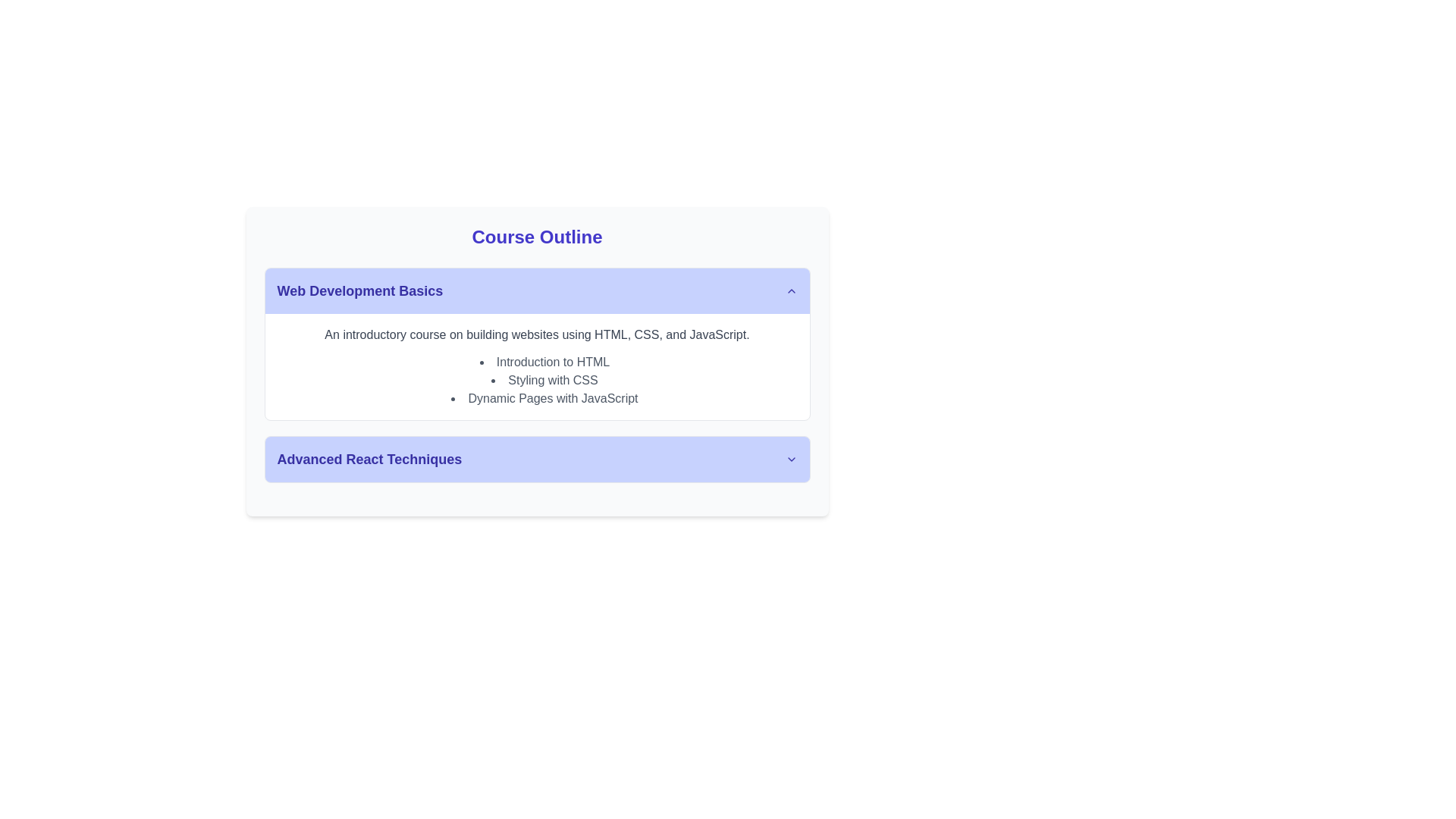 The width and height of the screenshot is (1456, 819). Describe the element at coordinates (369, 458) in the screenshot. I see `prominently displayed text 'Advanced React Techniques' which is in bold, larger dark indigo font against a lighter indigo background, located centrally at the bottom of the 'Course Outline' card` at that location.